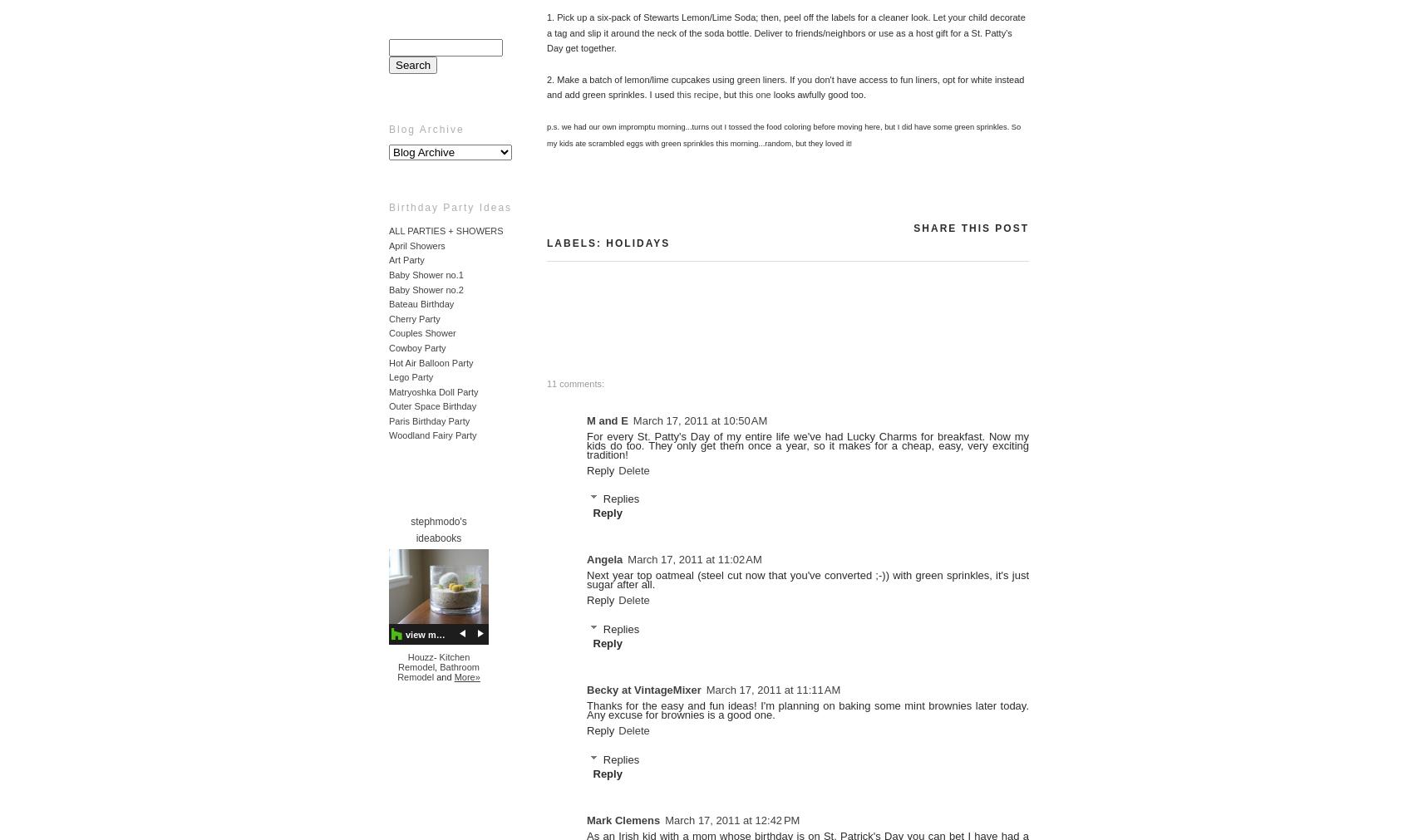 The height and width of the screenshot is (840, 1418). I want to click on 'Birthday Party Ideas', so click(449, 208).